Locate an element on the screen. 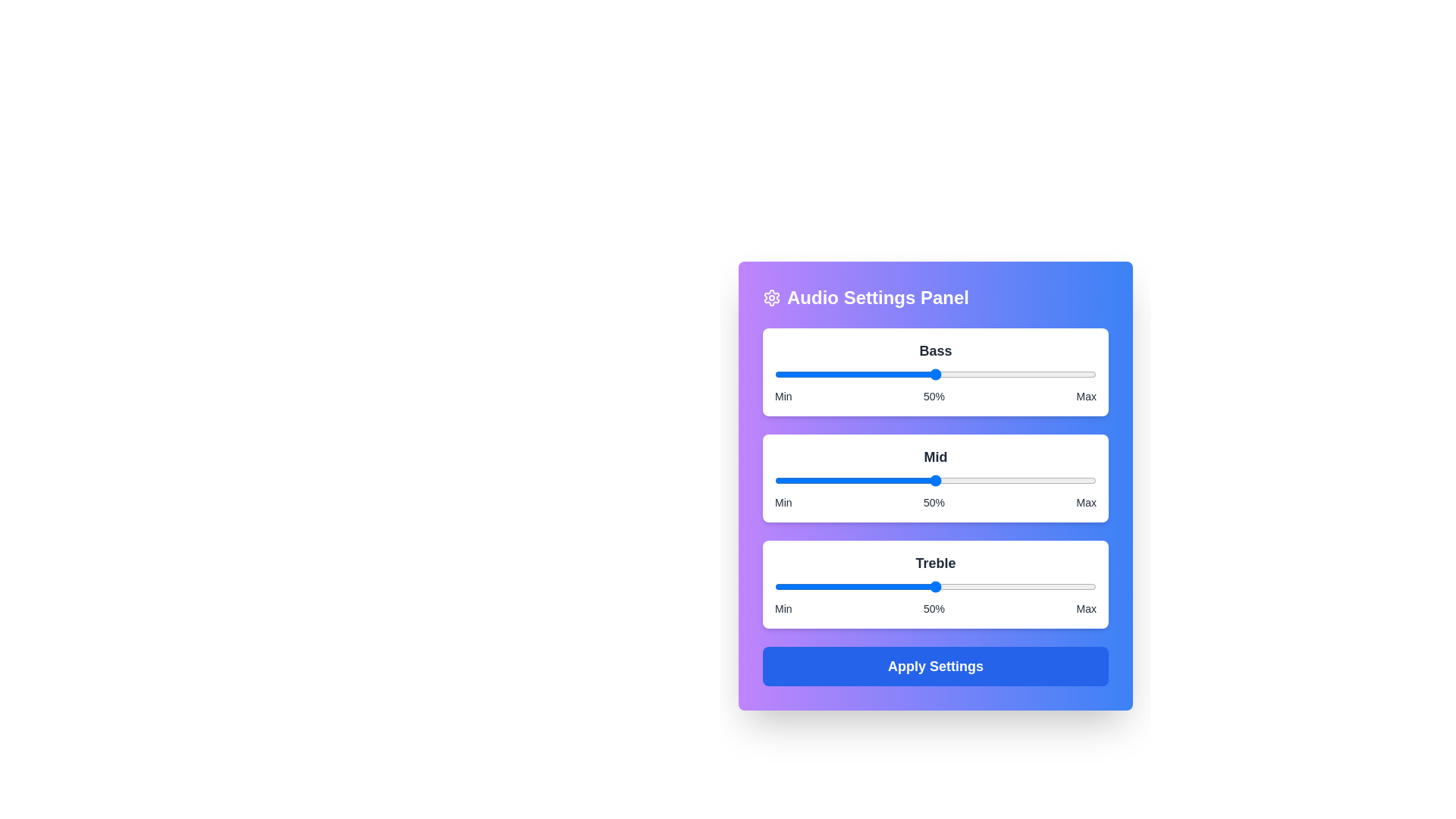  the static text label displaying '50%' in bold, located centrally in the audio settings interface's 'Bass' slider section is located at coordinates (934, 396).